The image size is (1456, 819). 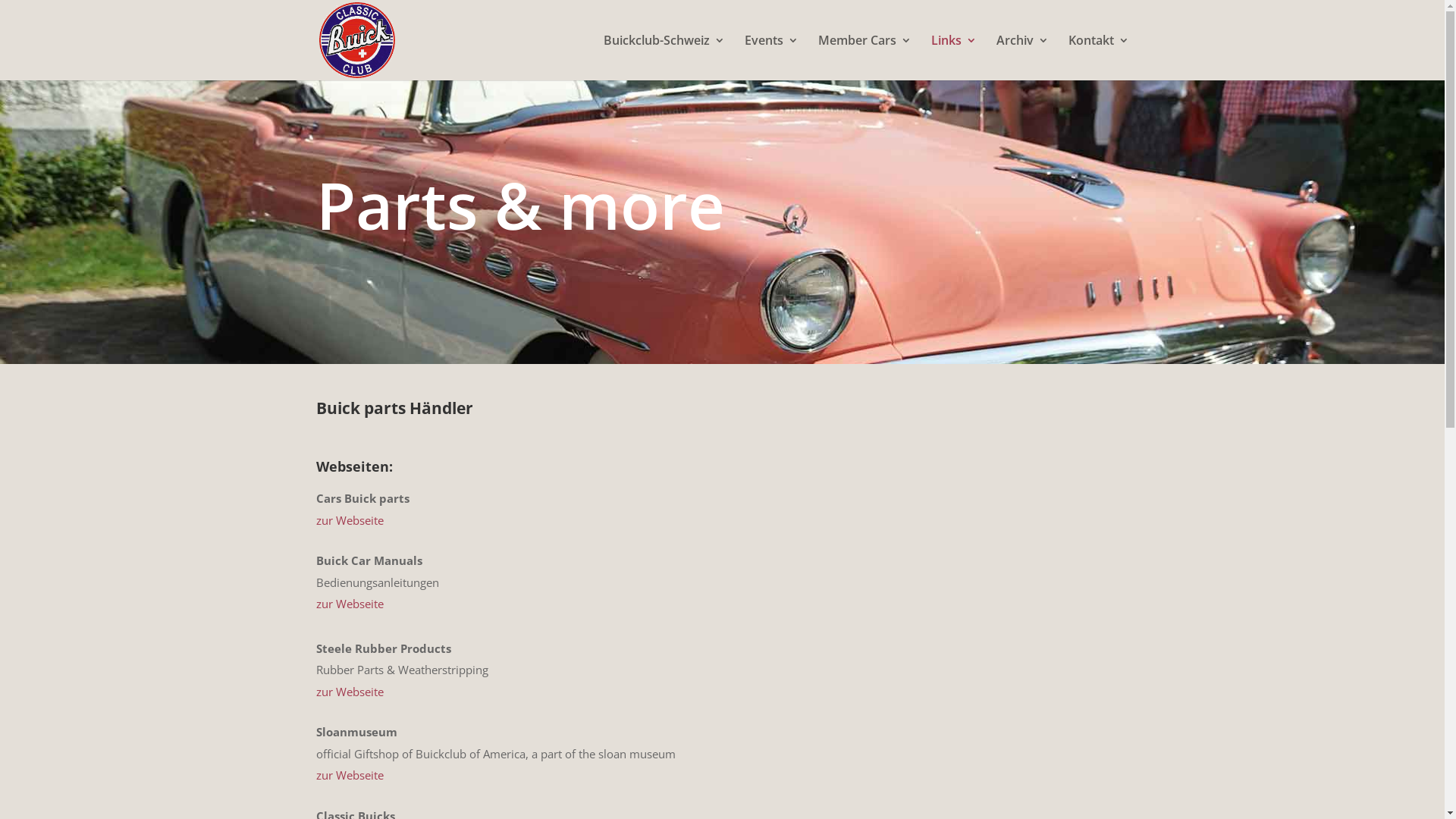 I want to click on 'Member Cars', so click(x=864, y=57).